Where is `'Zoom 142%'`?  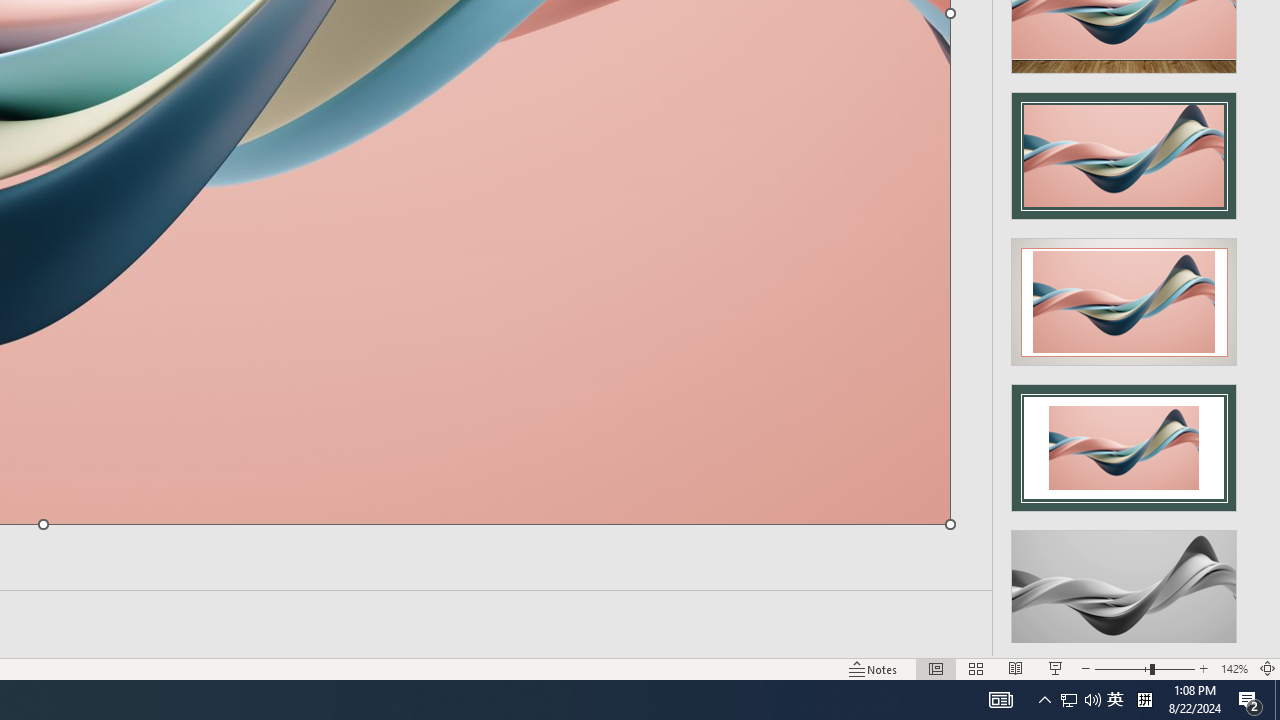 'Zoom 142%' is located at coordinates (1233, 669).